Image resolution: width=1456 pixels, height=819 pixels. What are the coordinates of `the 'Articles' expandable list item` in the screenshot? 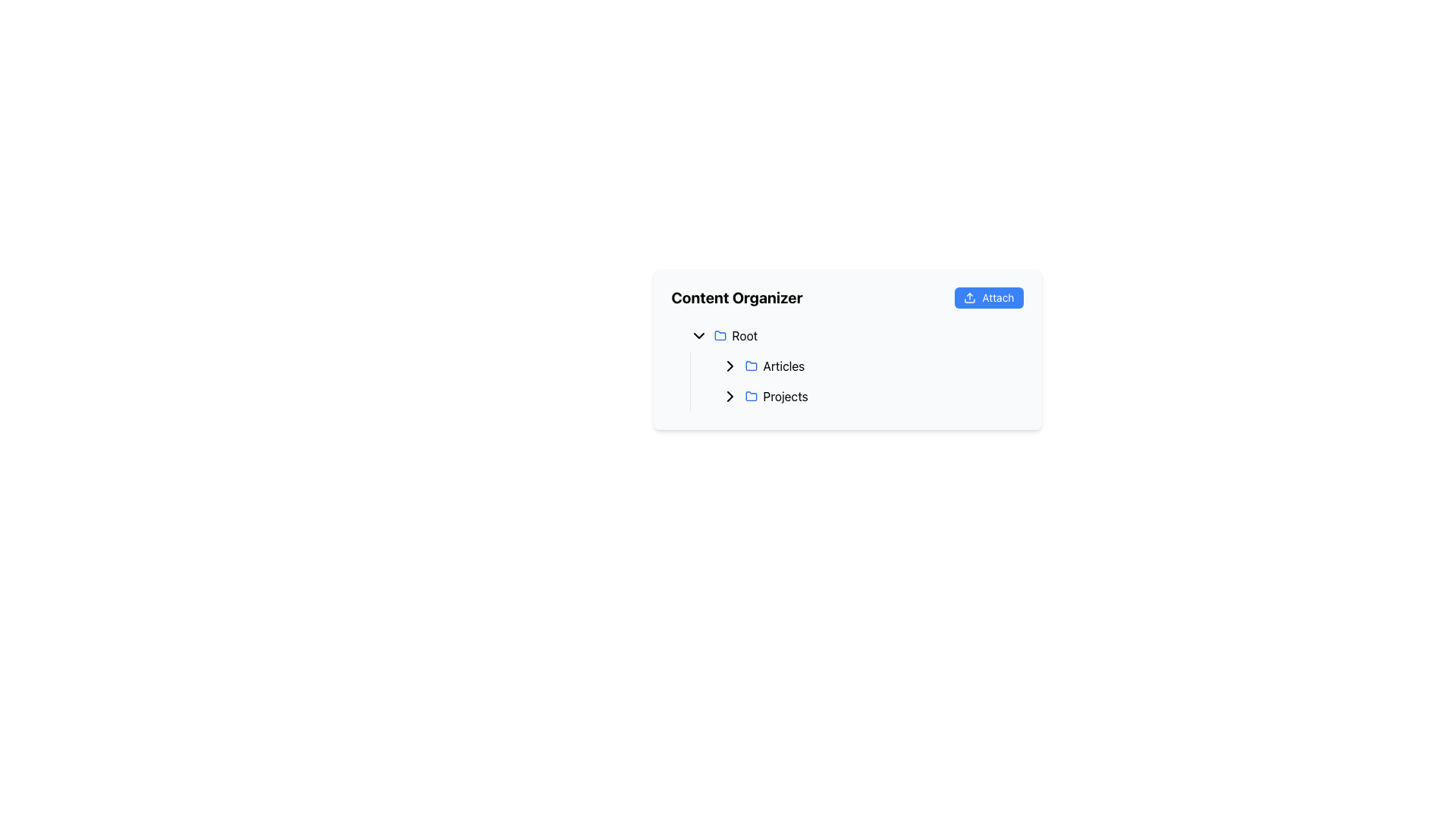 It's located at (862, 366).